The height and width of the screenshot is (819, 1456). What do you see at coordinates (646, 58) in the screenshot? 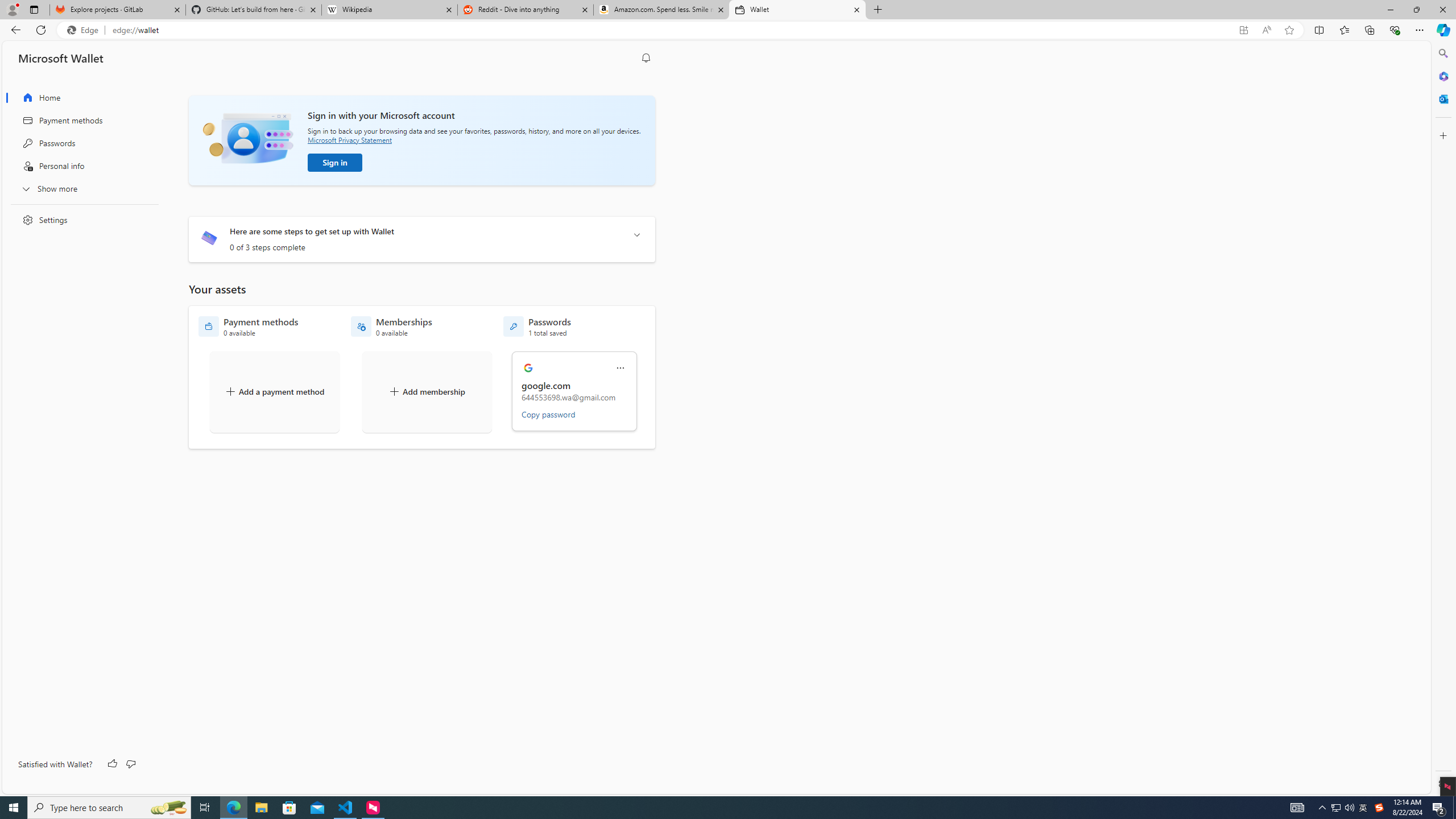
I see `'Notification'` at bounding box center [646, 58].